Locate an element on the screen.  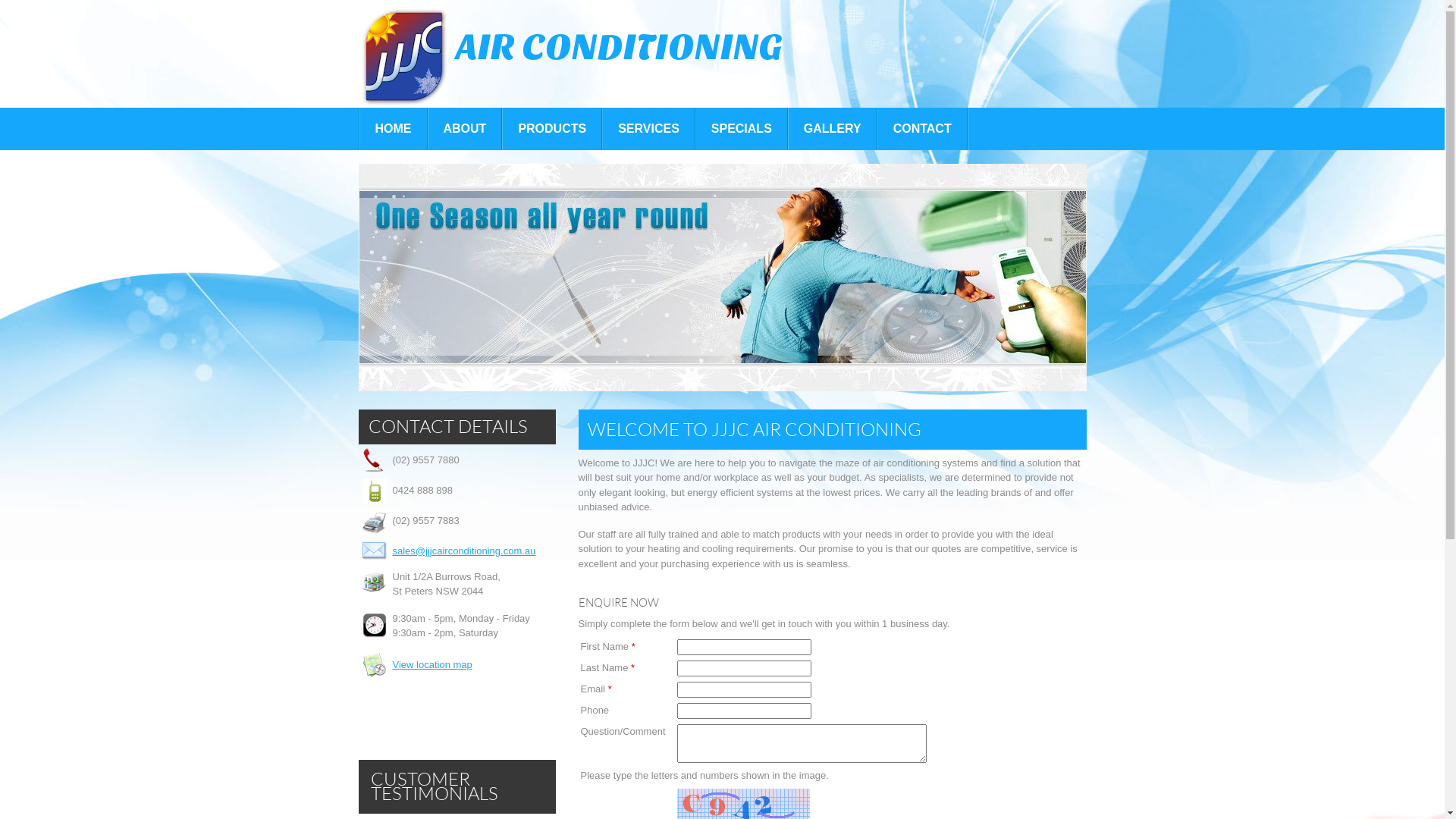
'SPECIALS' is located at coordinates (695, 127).